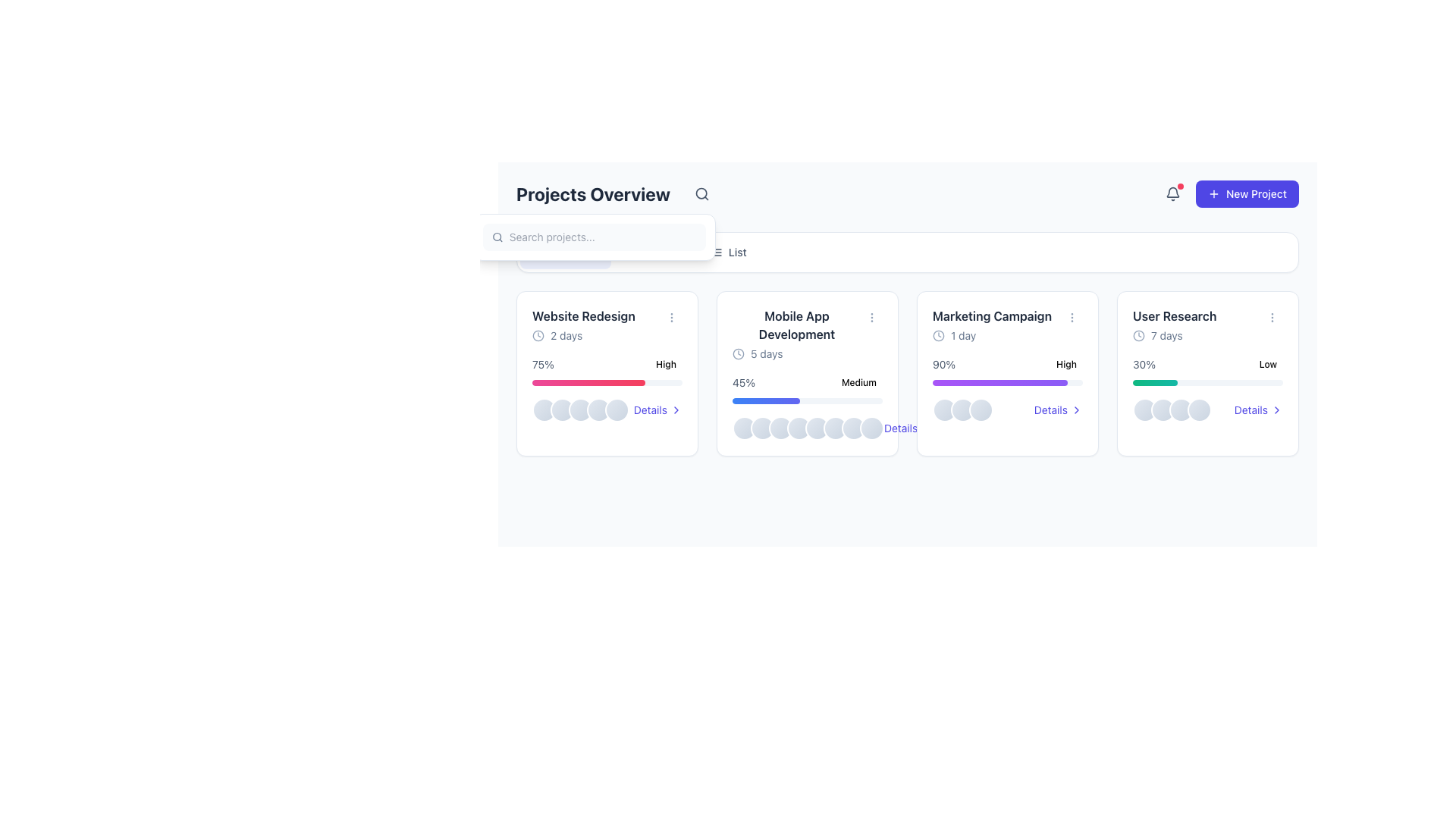  Describe the element at coordinates (1144, 365) in the screenshot. I see `the numerical text display showing '30%' in light gray color, located in the top-left section of the 'User Research' card` at that location.